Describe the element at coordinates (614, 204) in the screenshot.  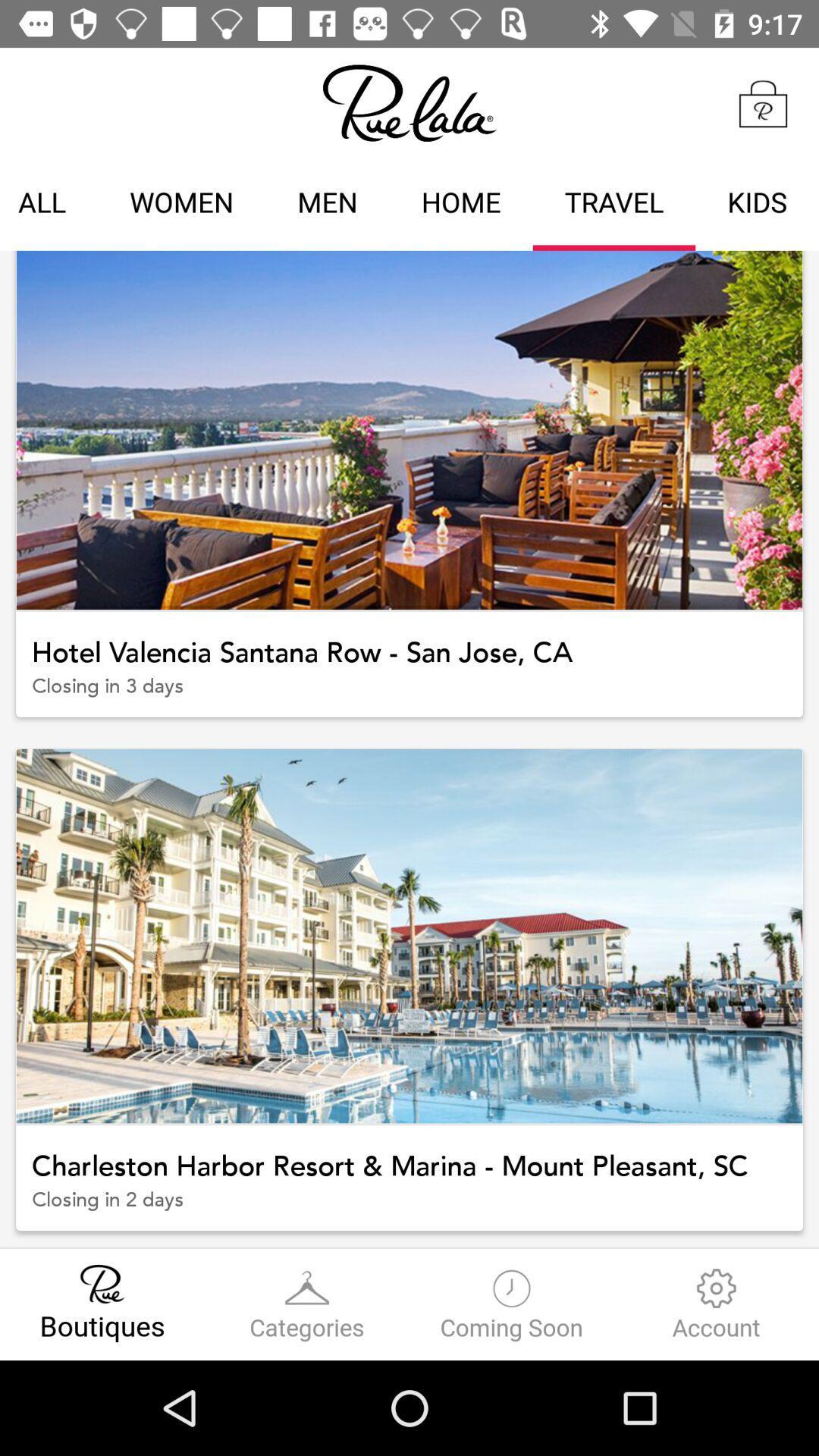
I see `travel` at that location.